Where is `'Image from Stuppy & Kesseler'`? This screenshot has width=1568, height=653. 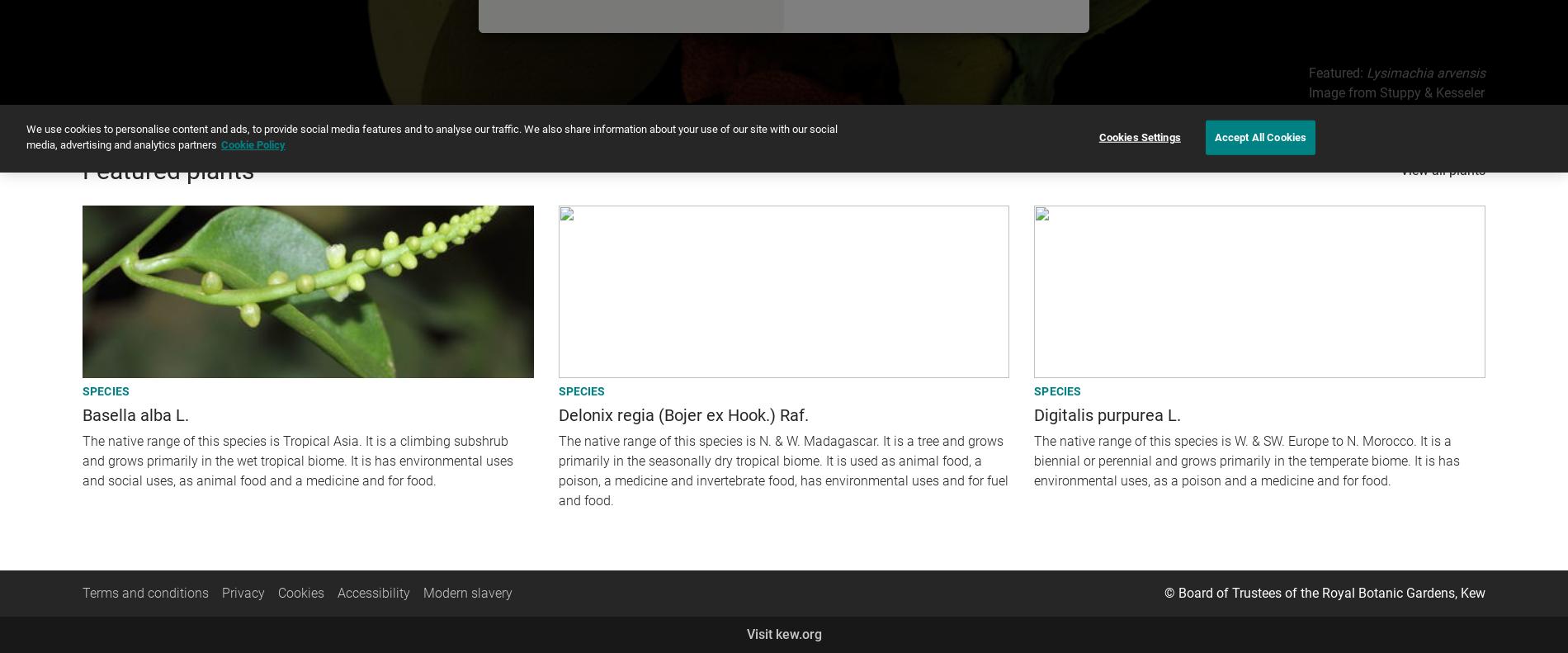
'Image from Stuppy & Kesseler' is located at coordinates (1396, 92).